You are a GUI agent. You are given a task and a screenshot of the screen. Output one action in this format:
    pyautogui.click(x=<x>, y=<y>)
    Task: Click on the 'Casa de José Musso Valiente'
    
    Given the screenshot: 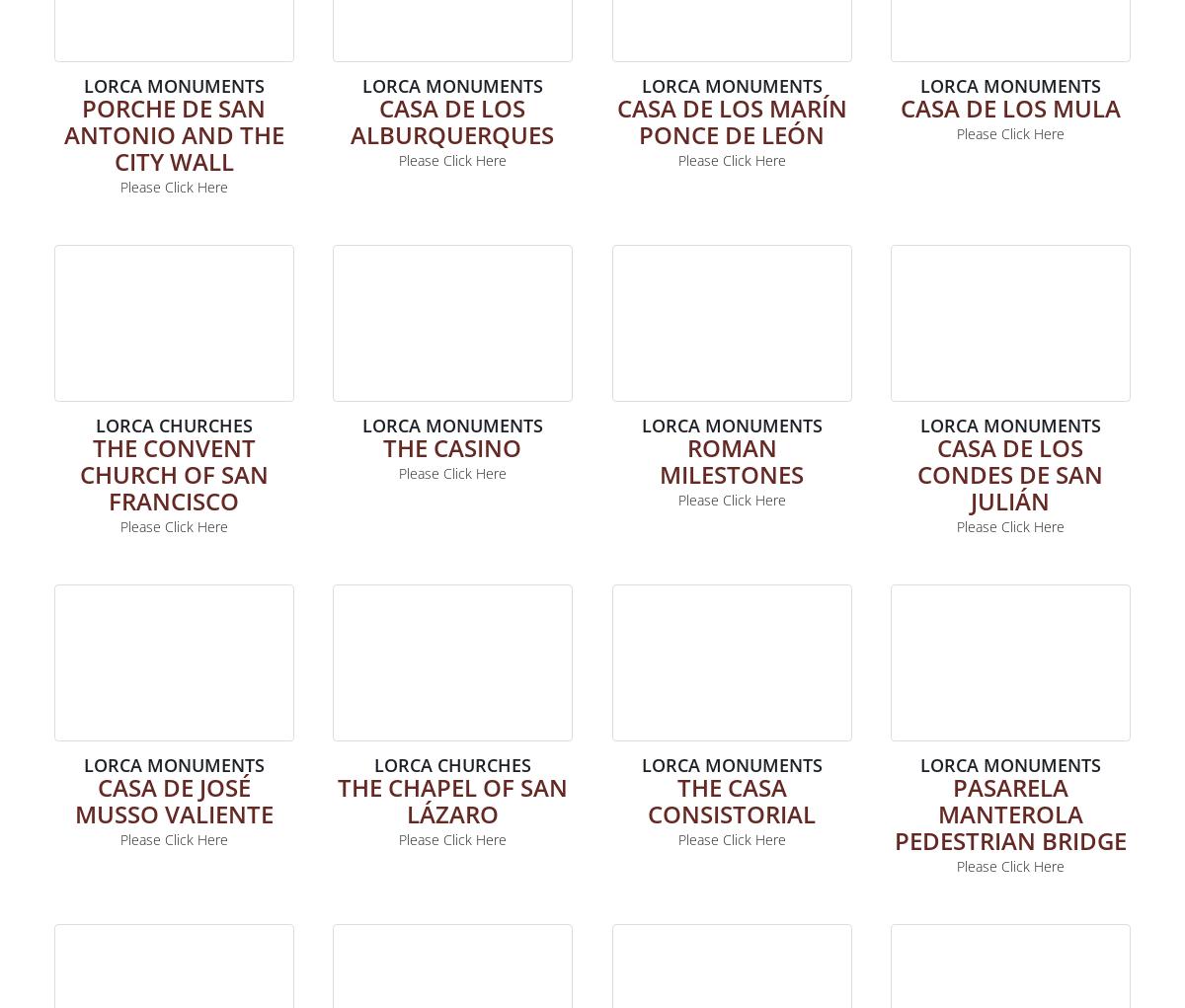 What is the action you would take?
    pyautogui.click(x=172, y=798)
    